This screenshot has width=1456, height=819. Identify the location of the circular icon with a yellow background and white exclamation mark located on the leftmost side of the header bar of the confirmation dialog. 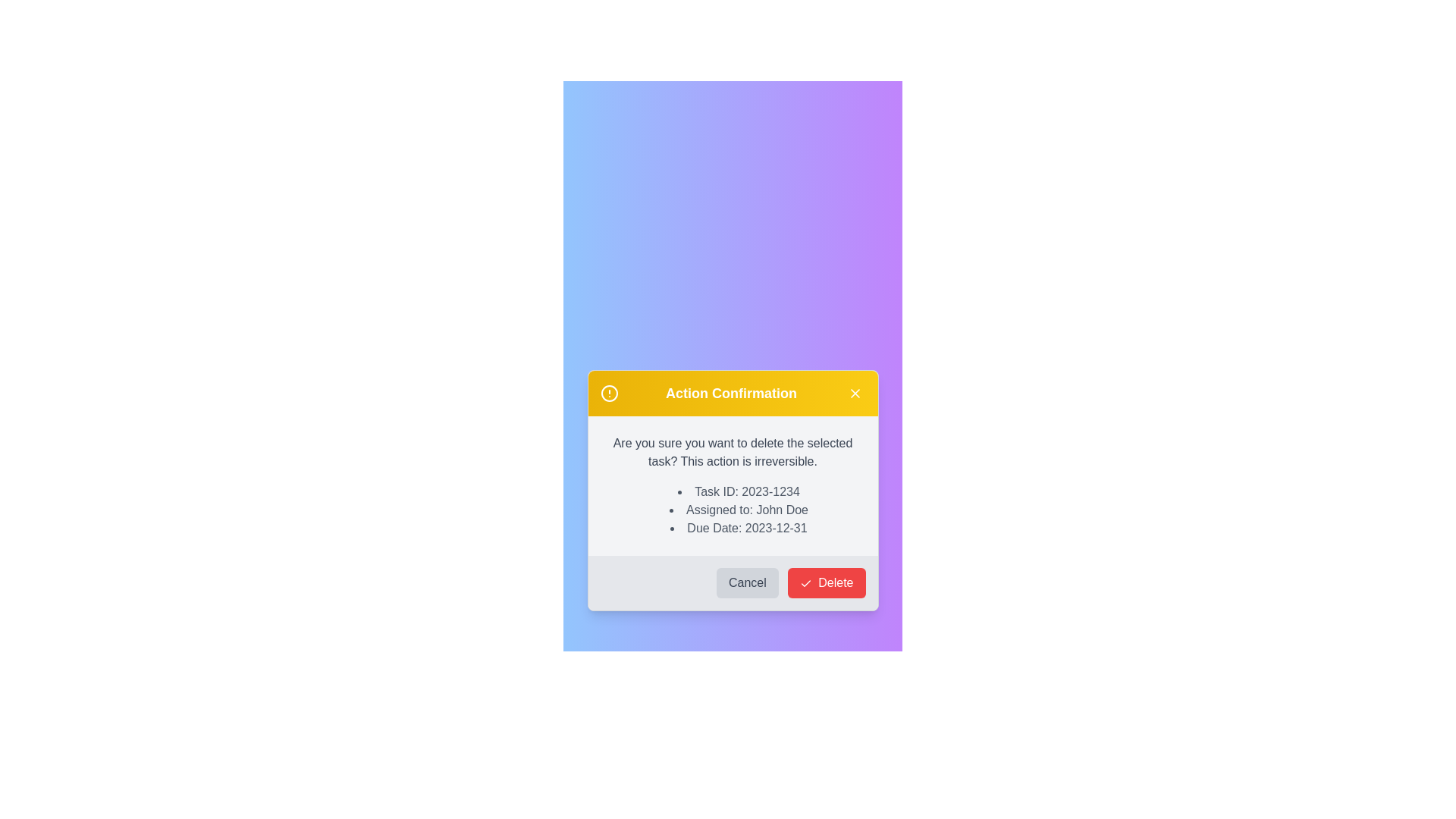
(609, 393).